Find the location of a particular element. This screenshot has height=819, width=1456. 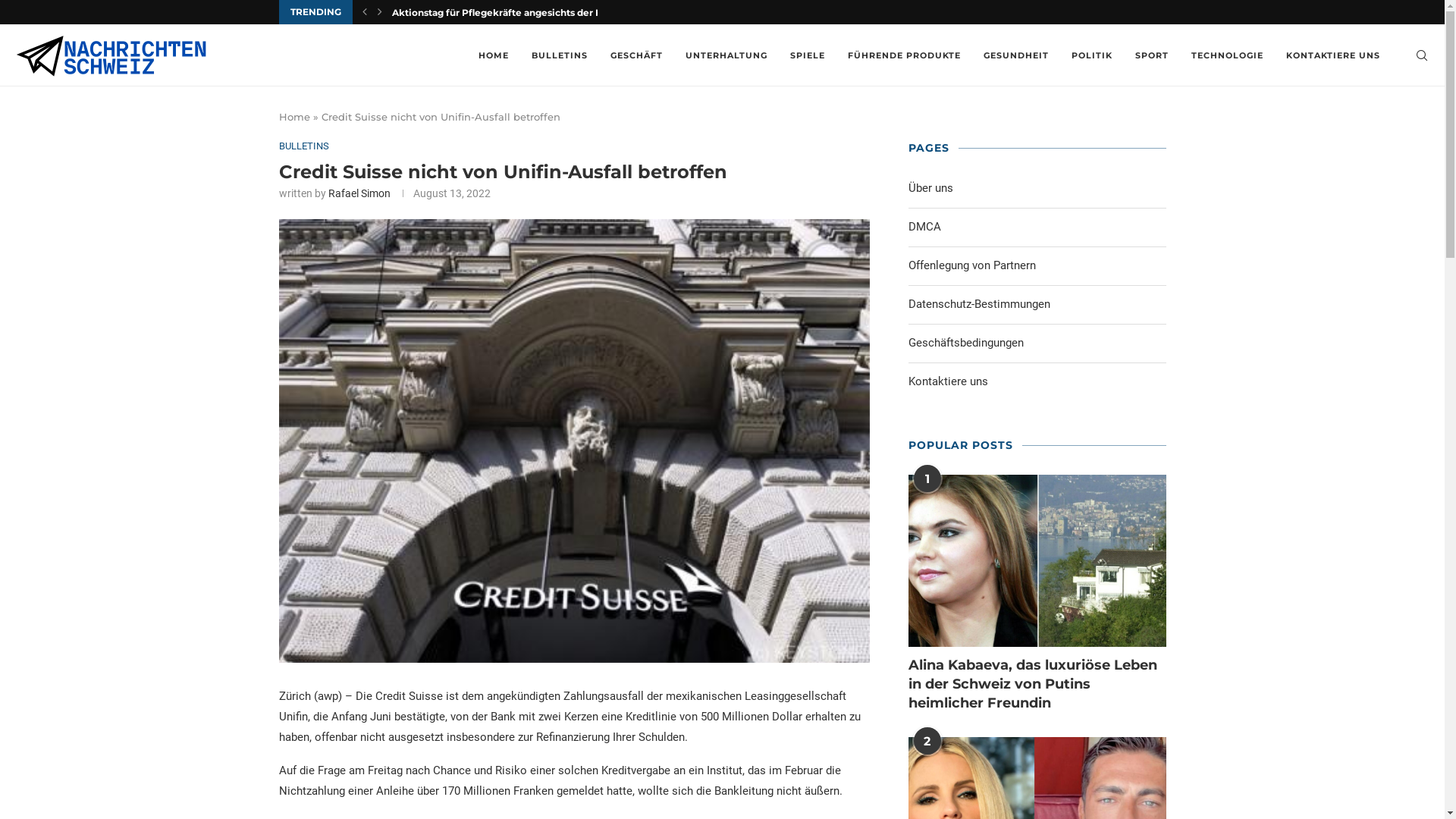

'GESUNDHEIT' is located at coordinates (983, 55).